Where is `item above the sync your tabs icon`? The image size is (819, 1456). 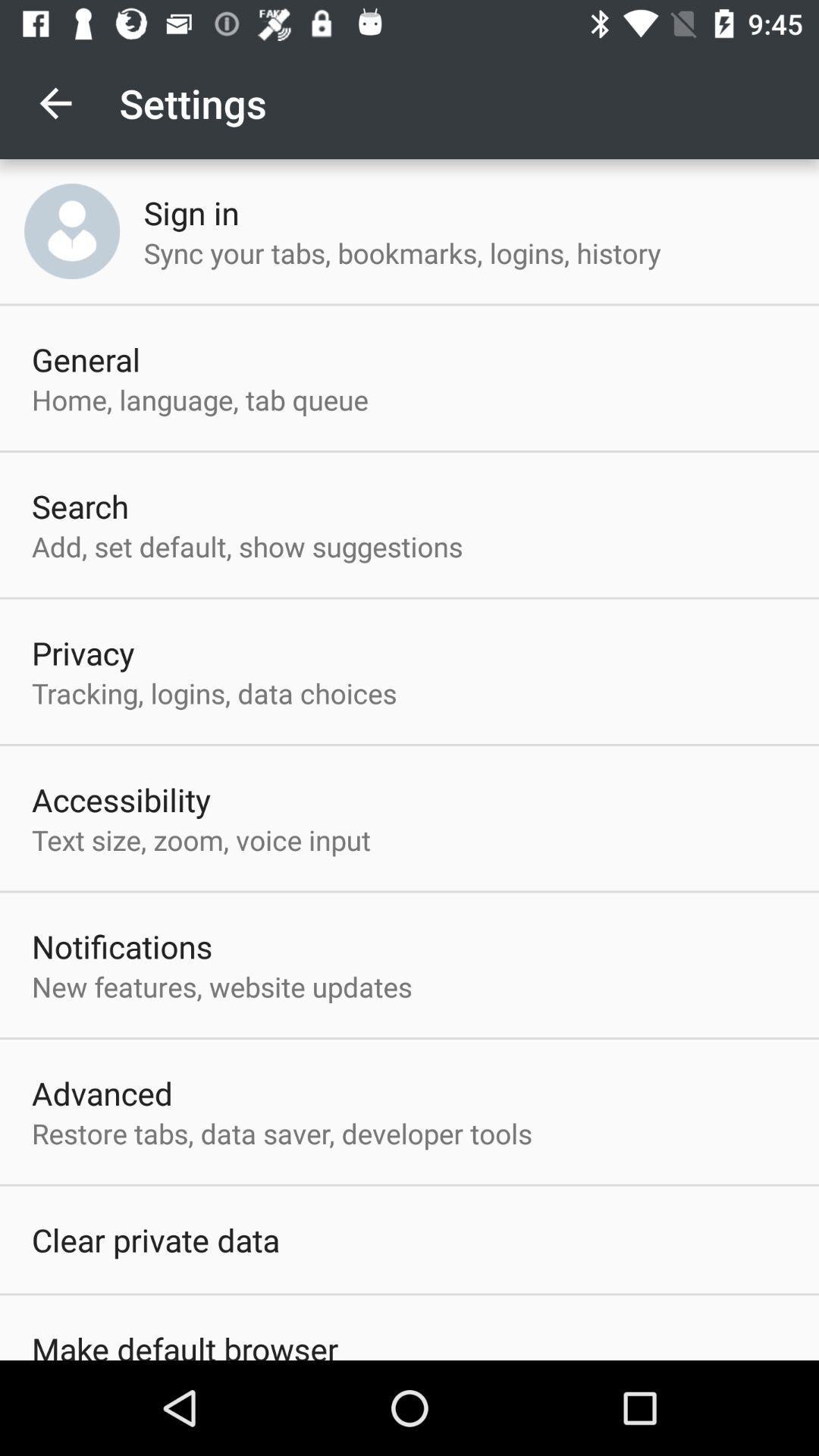 item above the sync your tabs icon is located at coordinates (190, 212).